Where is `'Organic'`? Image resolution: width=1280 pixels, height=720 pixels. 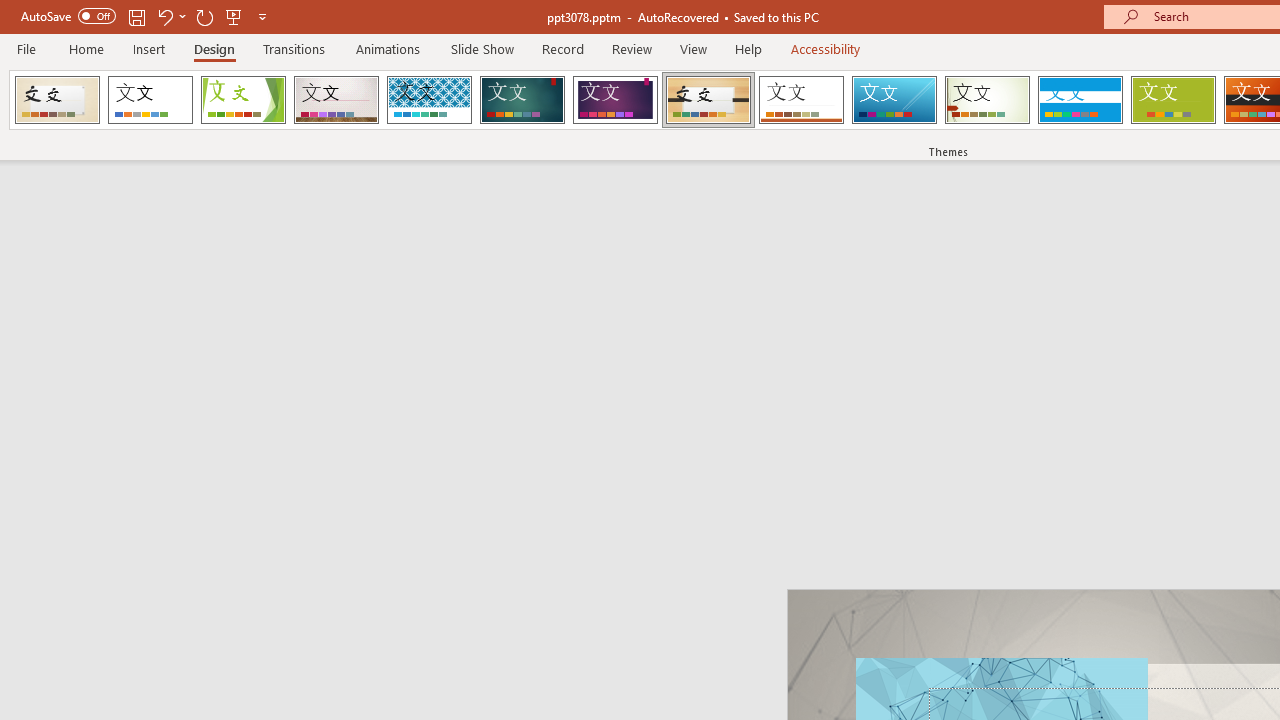 'Organic' is located at coordinates (708, 100).